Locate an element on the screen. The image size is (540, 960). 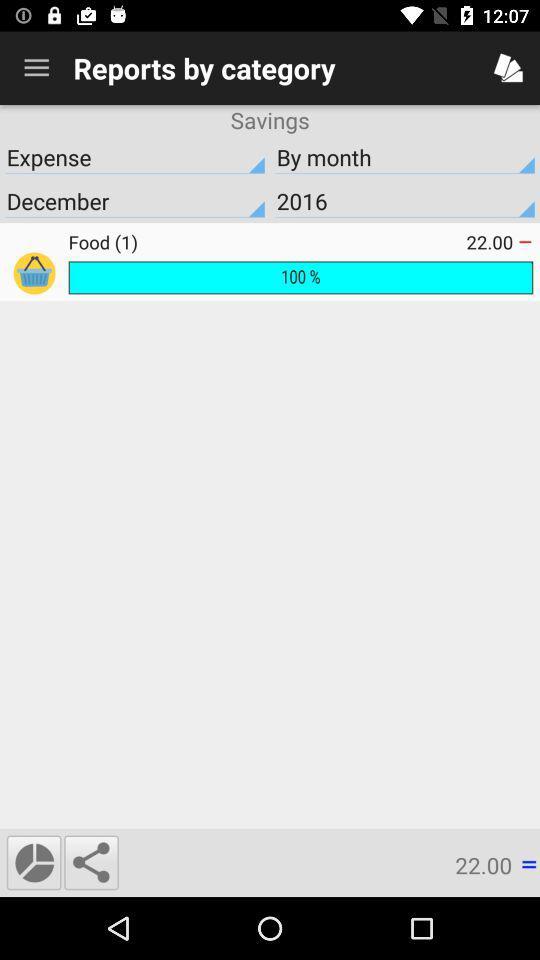
2016 icon is located at coordinates (405, 201).